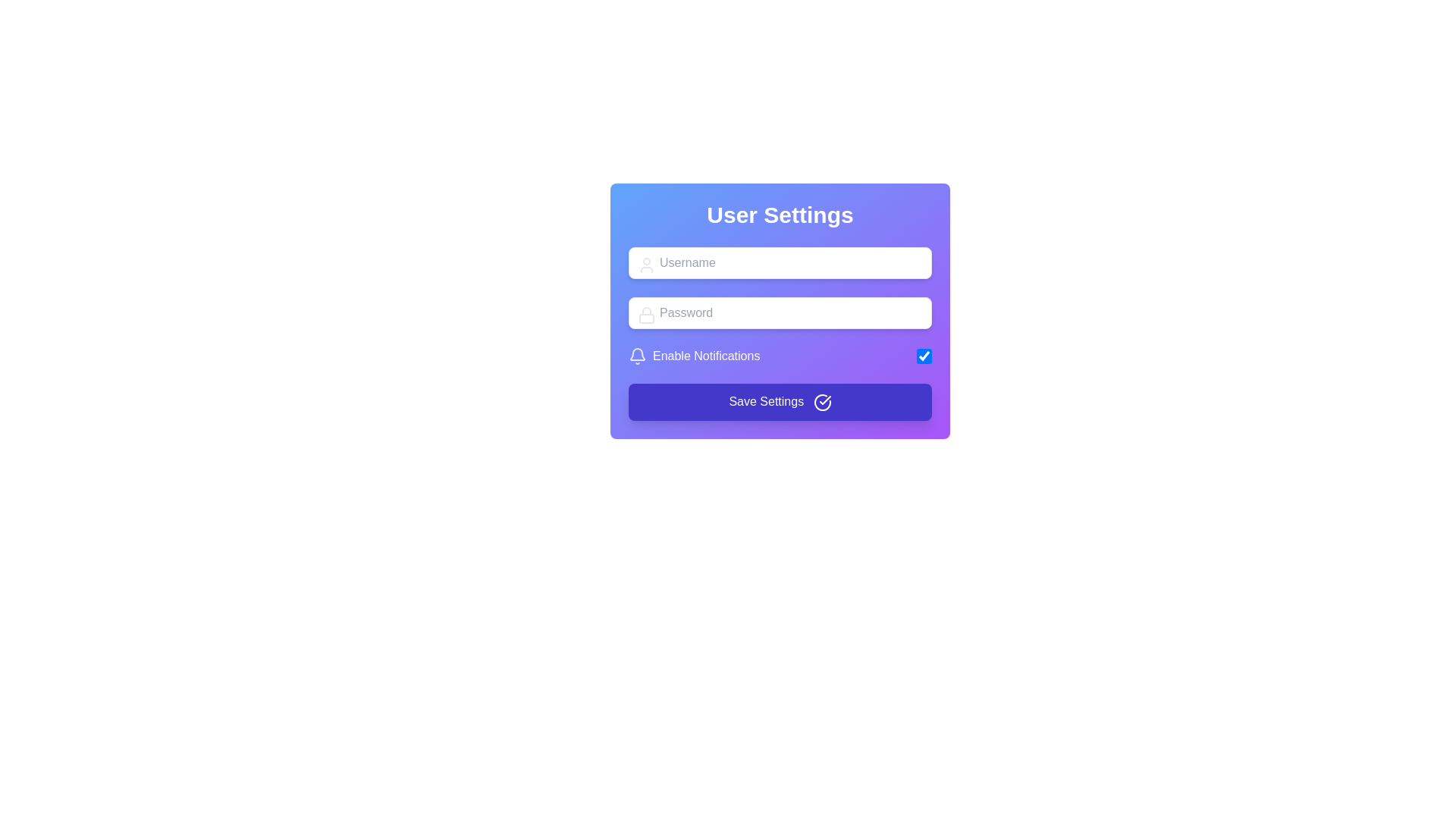 Image resolution: width=1456 pixels, height=819 pixels. I want to click on the circular check mark icon within the 'Save Settings' button, located near the right edge of the button, so click(821, 401).